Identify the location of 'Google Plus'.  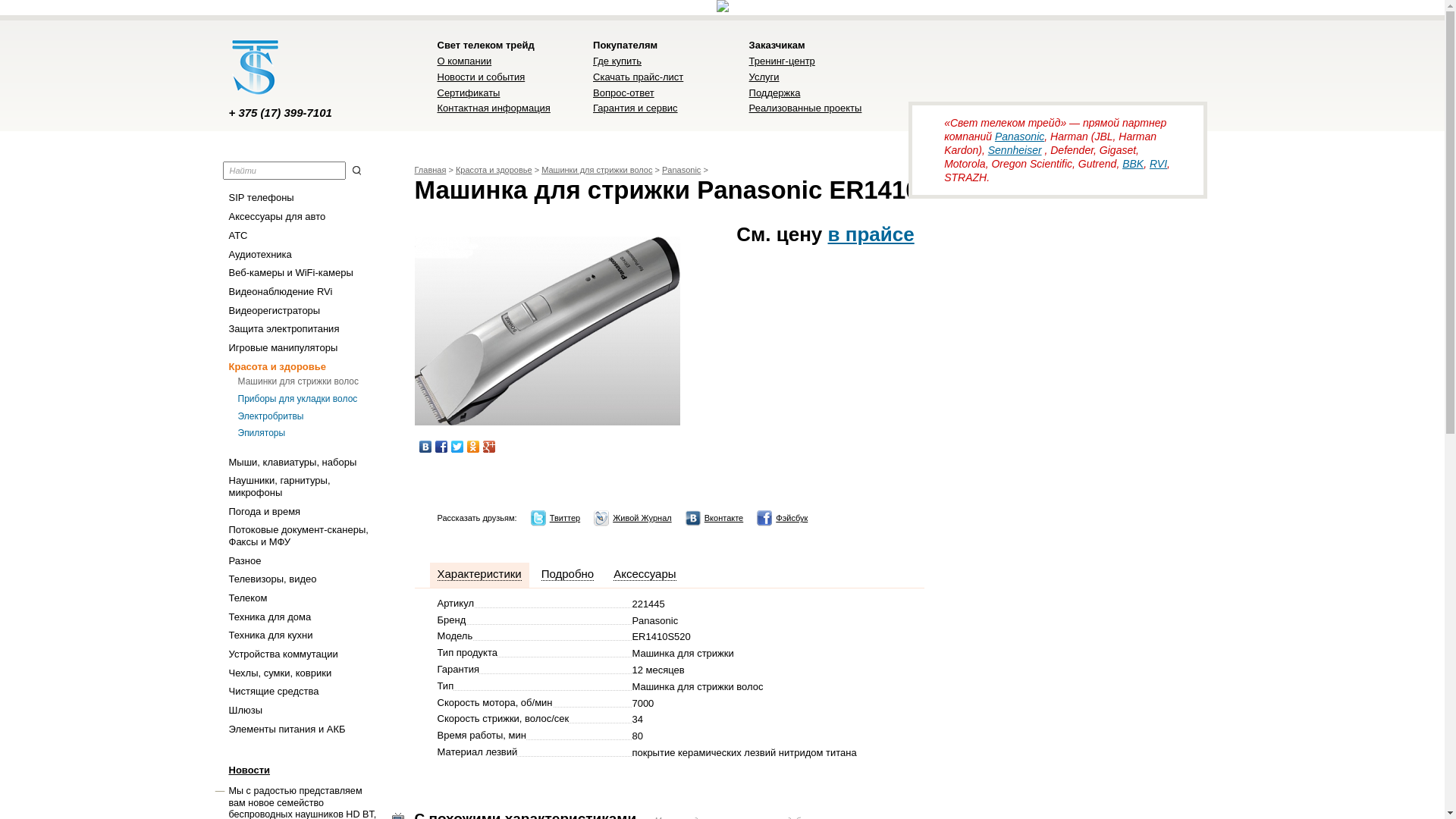
(488, 446).